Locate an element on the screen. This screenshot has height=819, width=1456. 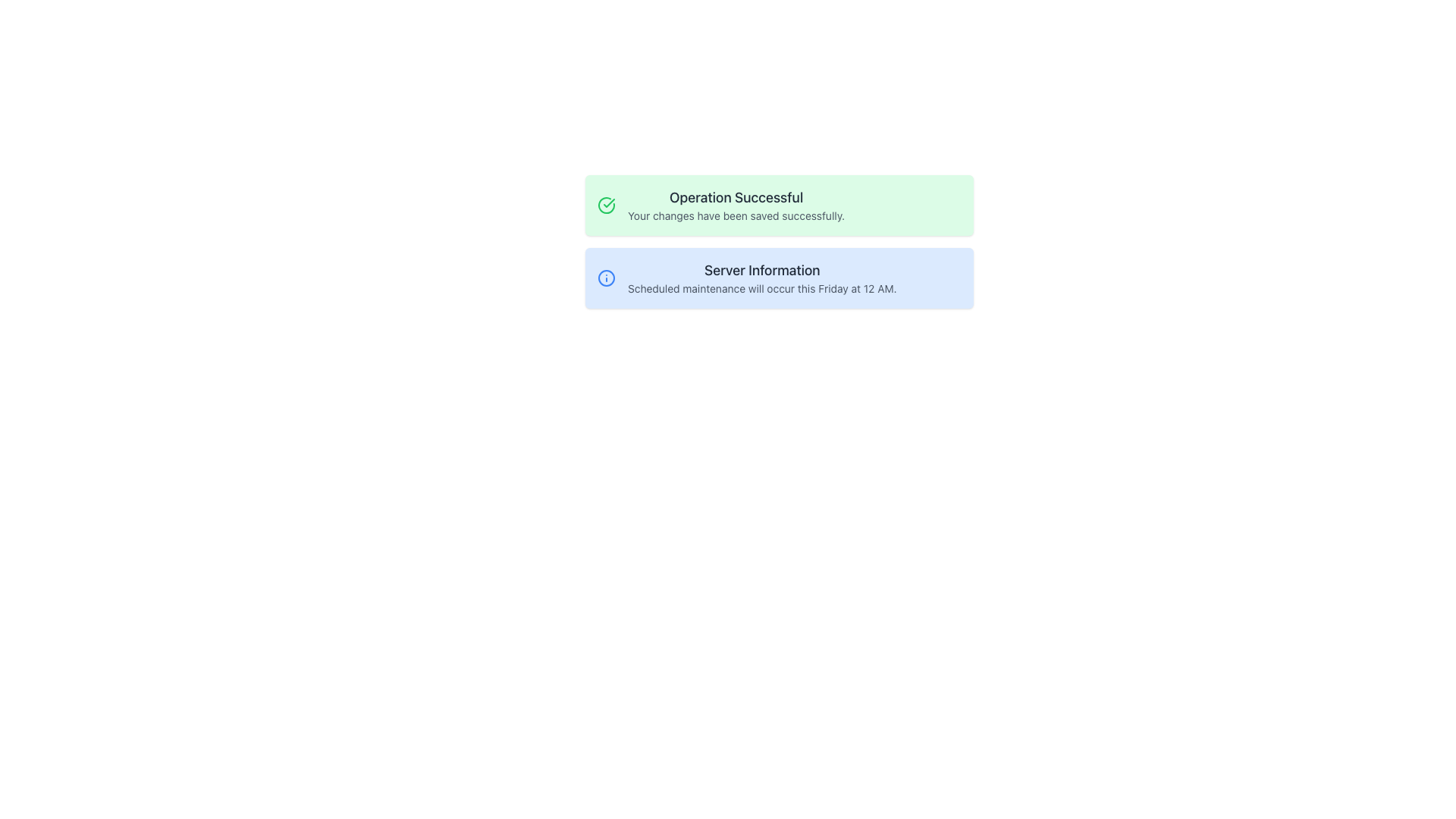
the blue outlined circular SVG icon that represents the server information, located at the beginning of the server information text block is located at coordinates (607, 278).